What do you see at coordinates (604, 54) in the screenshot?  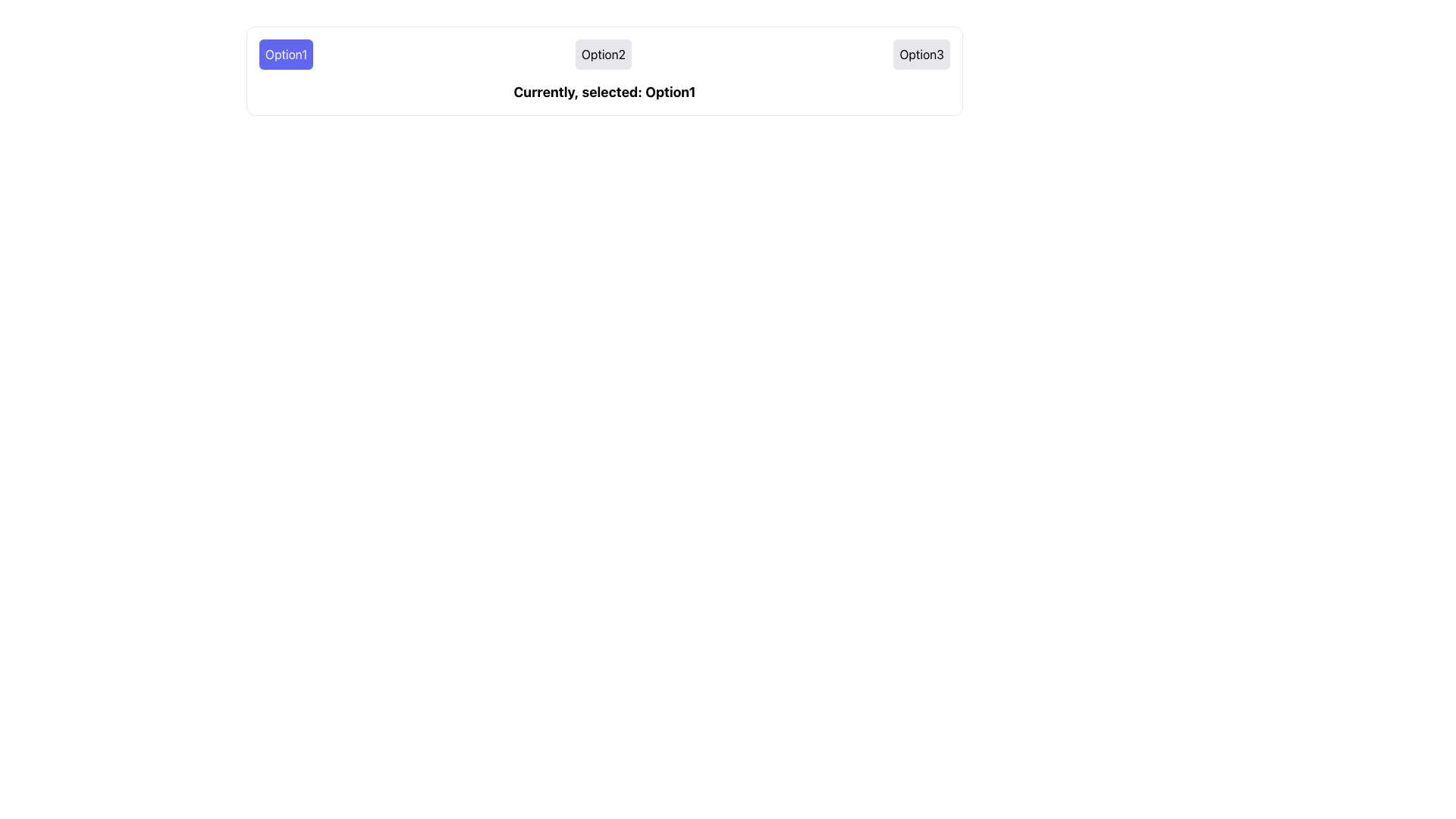 I see `the group of clickable text elements that serves as a navigation or selection bar for 'Option1', 'Option2', and 'Option3'` at bounding box center [604, 54].